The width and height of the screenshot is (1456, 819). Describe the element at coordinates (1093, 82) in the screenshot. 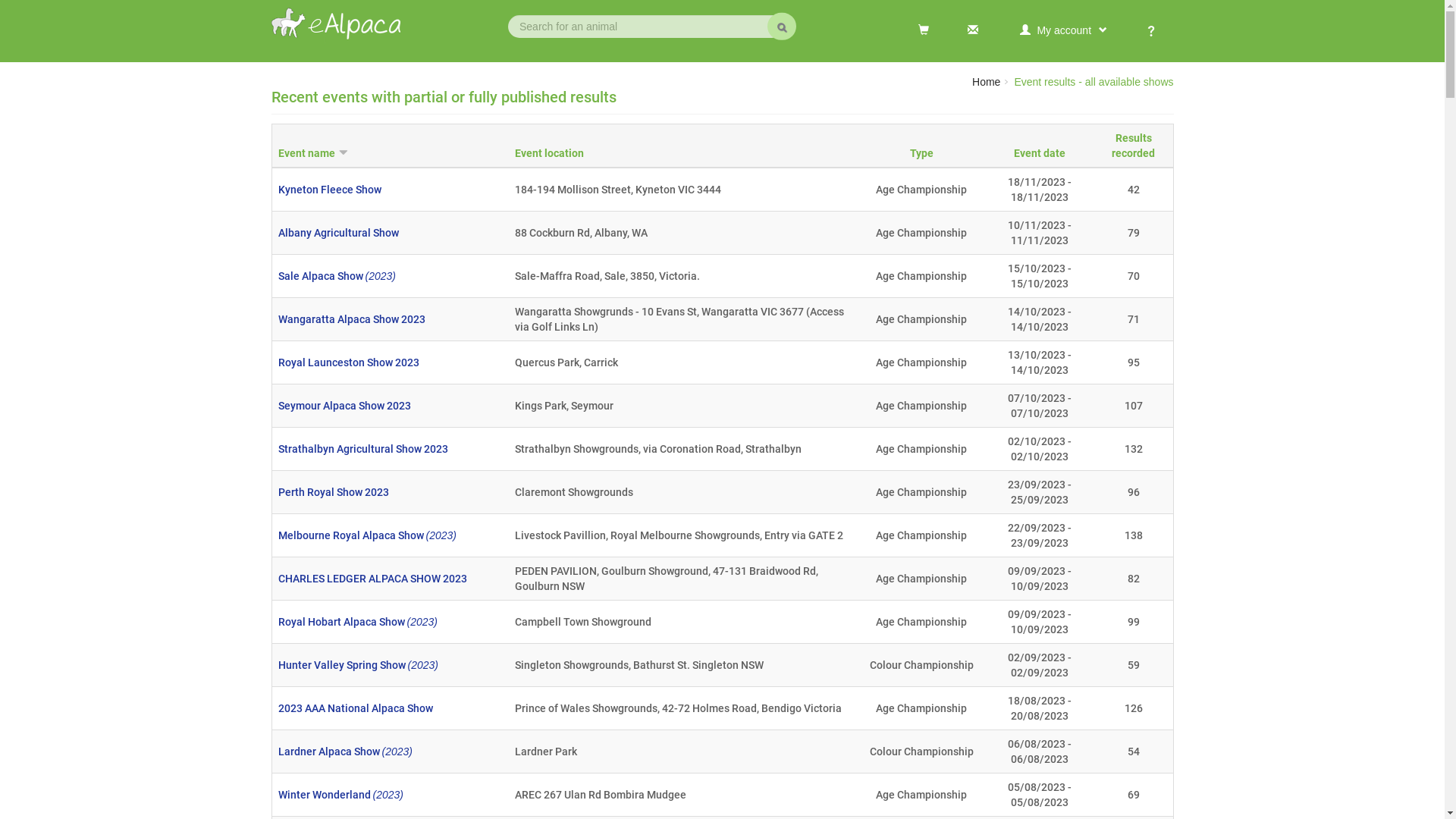

I see `'Event results - all available shows'` at that location.